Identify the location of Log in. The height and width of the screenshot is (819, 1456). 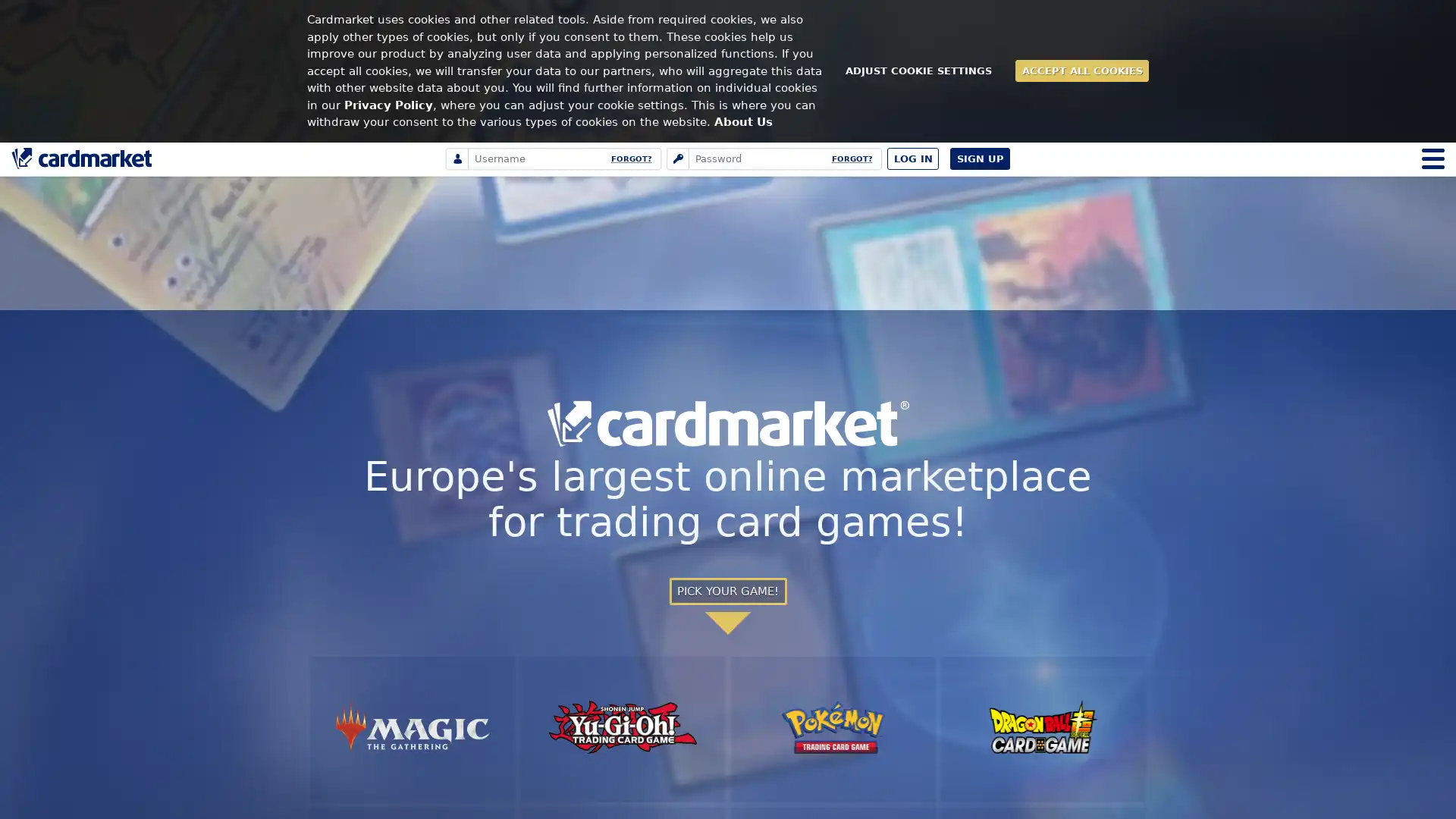
(912, 158).